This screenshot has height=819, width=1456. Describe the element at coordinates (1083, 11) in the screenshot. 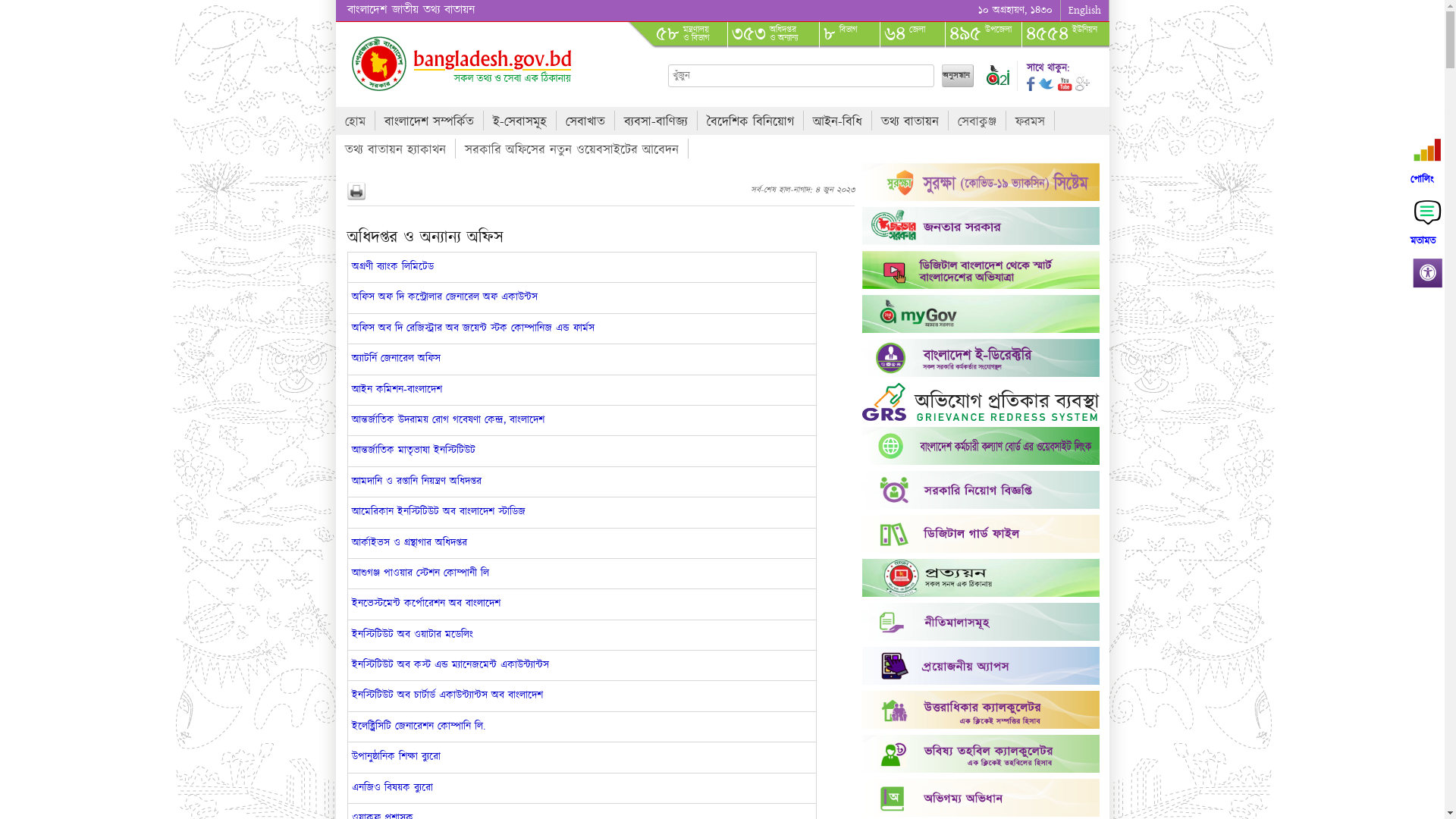

I see `'English'` at that location.